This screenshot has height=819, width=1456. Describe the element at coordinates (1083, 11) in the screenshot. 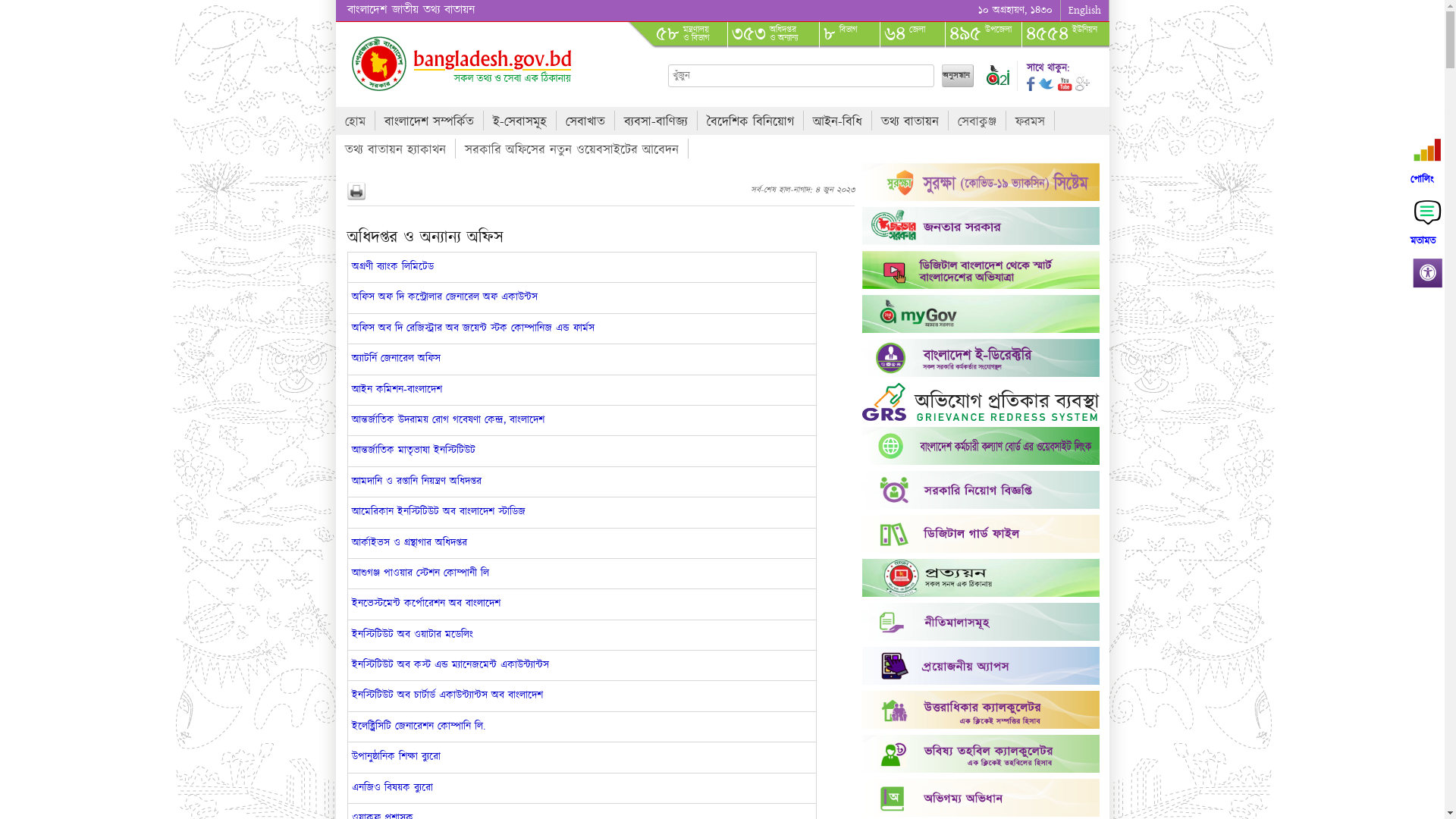

I see `'English'` at that location.